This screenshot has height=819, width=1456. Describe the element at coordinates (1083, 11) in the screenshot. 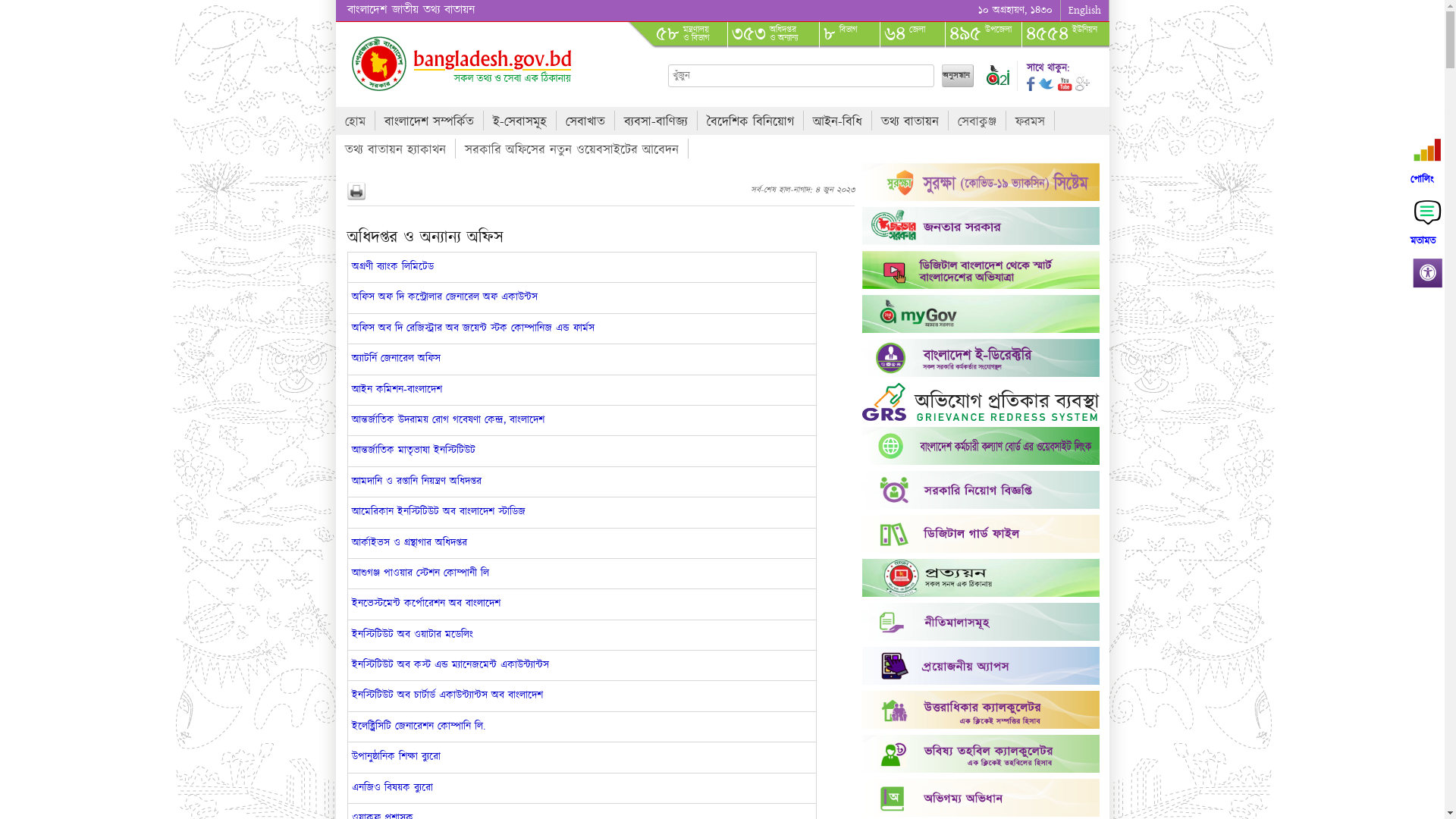

I see `'English'` at that location.